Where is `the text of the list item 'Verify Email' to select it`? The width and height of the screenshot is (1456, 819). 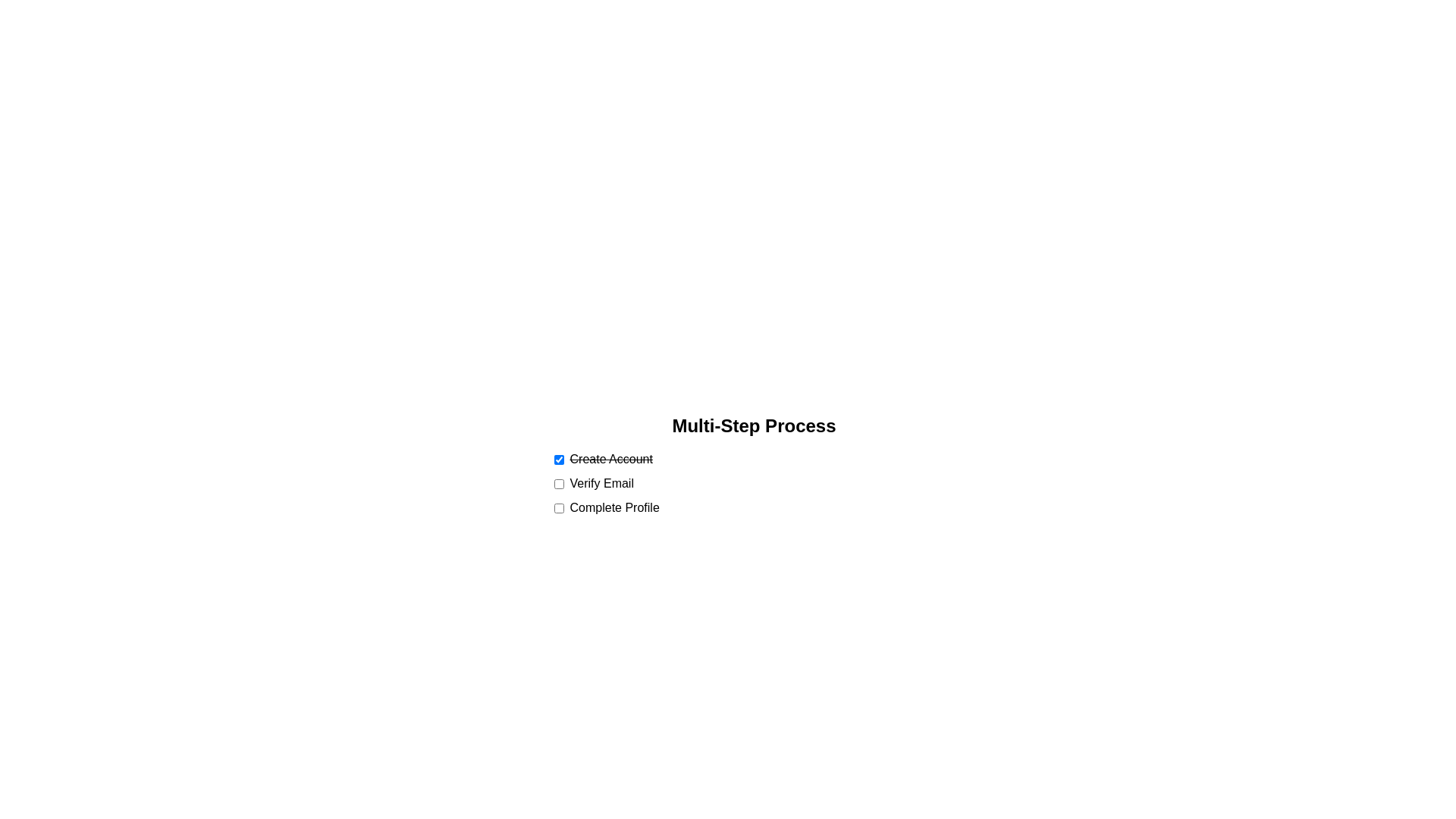 the text of the list item 'Verify Email' to select it is located at coordinates (601, 483).